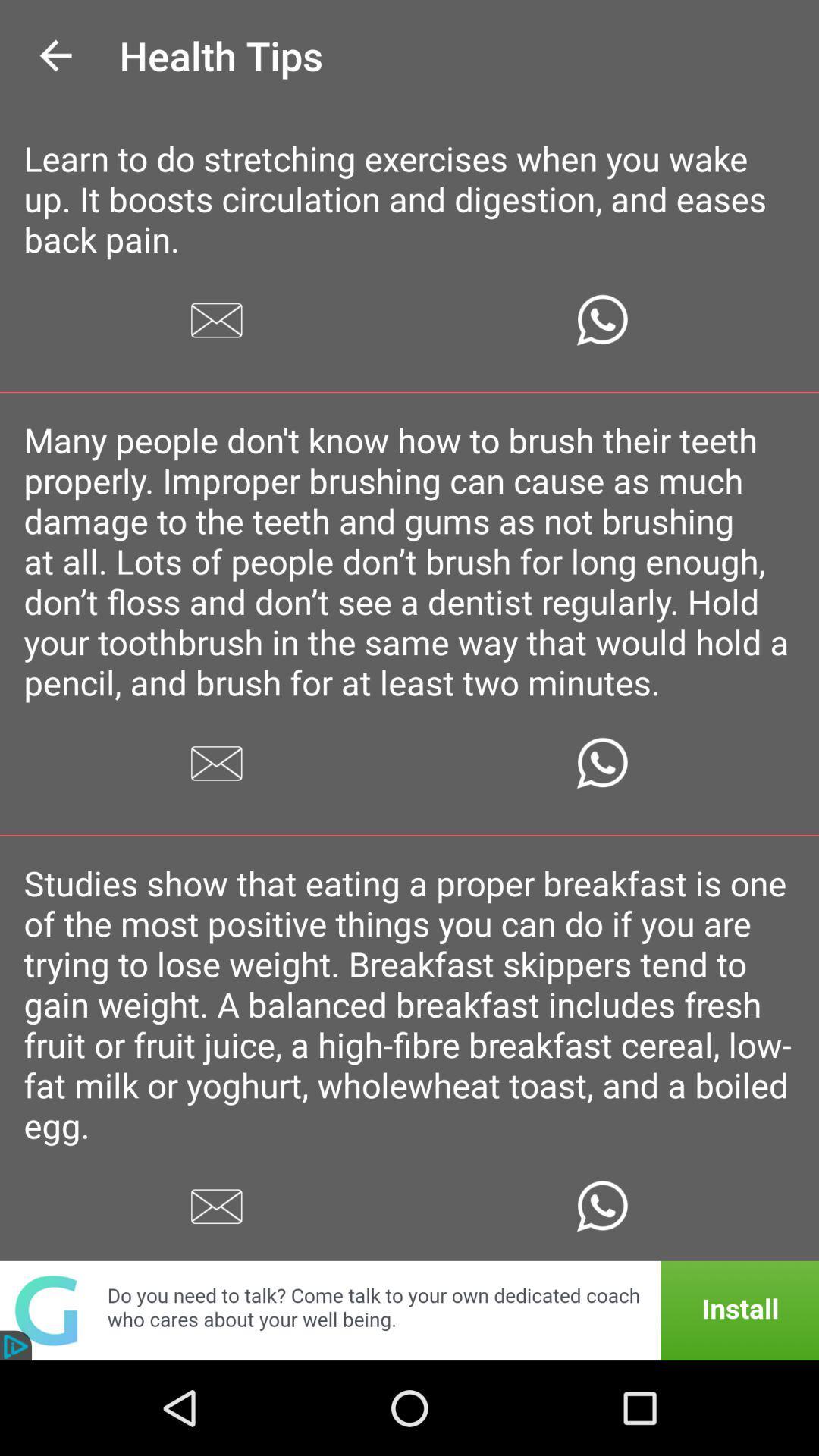 Image resolution: width=819 pixels, height=1456 pixels. What do you see at coordinates (409, 560) in the screenshot?
I see `the many people don at the center` at bounding box center [409, 560].